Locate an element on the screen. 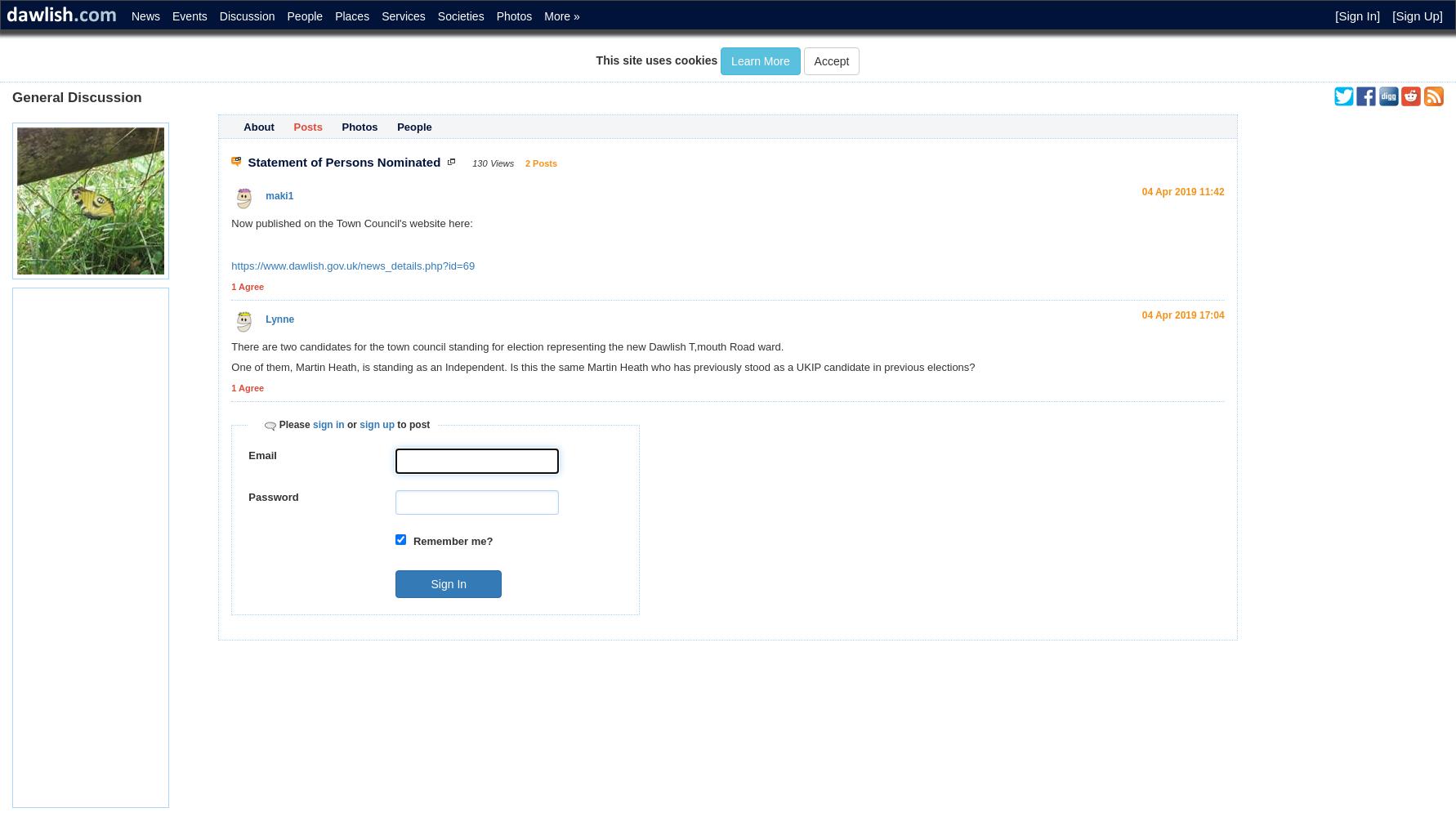 The width and height of the screenshot is (1456, 817). 'Sign In' is located at coordinates (449, 583).